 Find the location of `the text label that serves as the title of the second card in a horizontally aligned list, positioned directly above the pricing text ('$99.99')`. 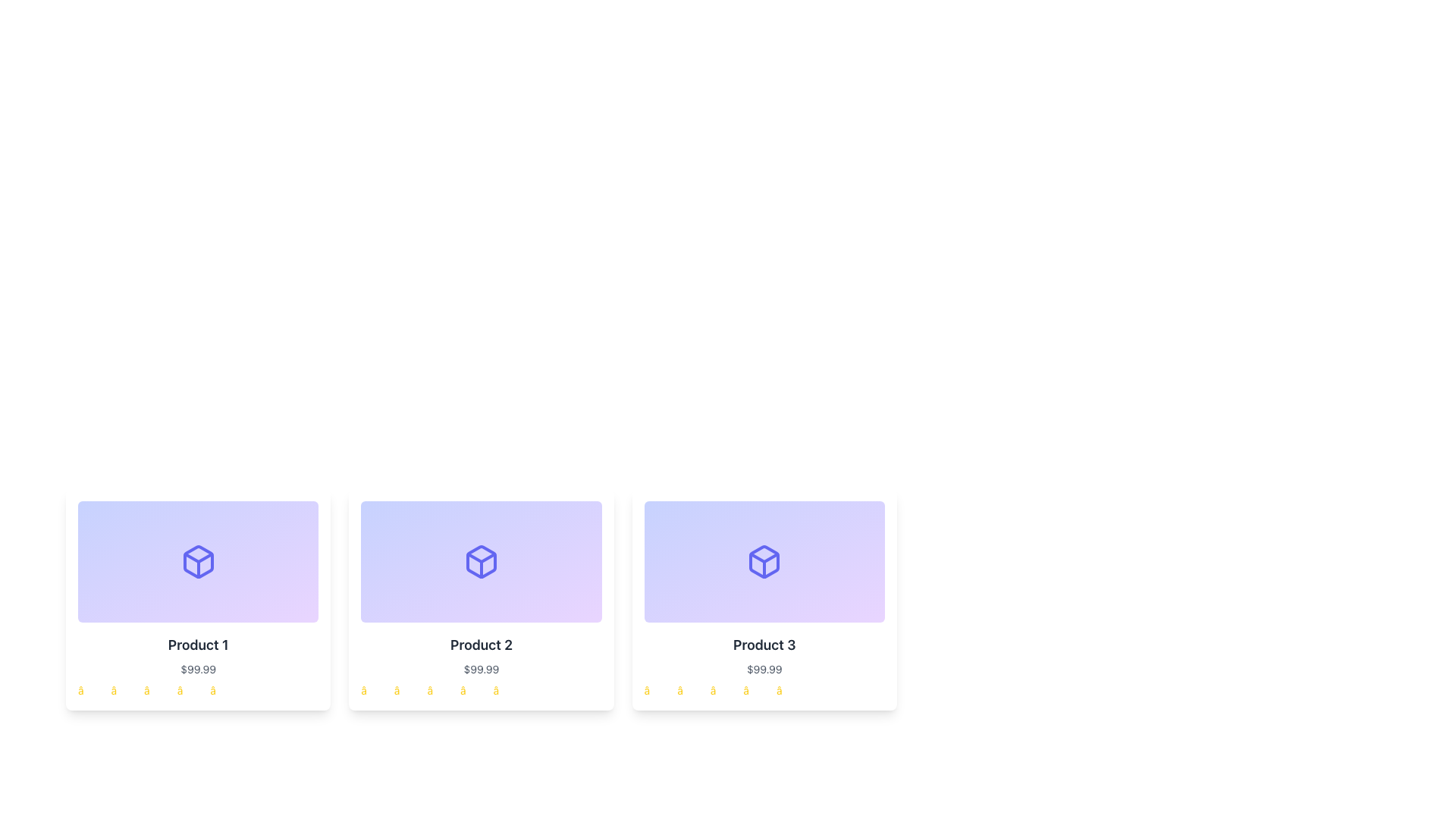

the text label that serves as the title of the second card in a horizontally aligned list, positioned directly above the pricing text ('$99.99') is located at coordinates (480, 645).